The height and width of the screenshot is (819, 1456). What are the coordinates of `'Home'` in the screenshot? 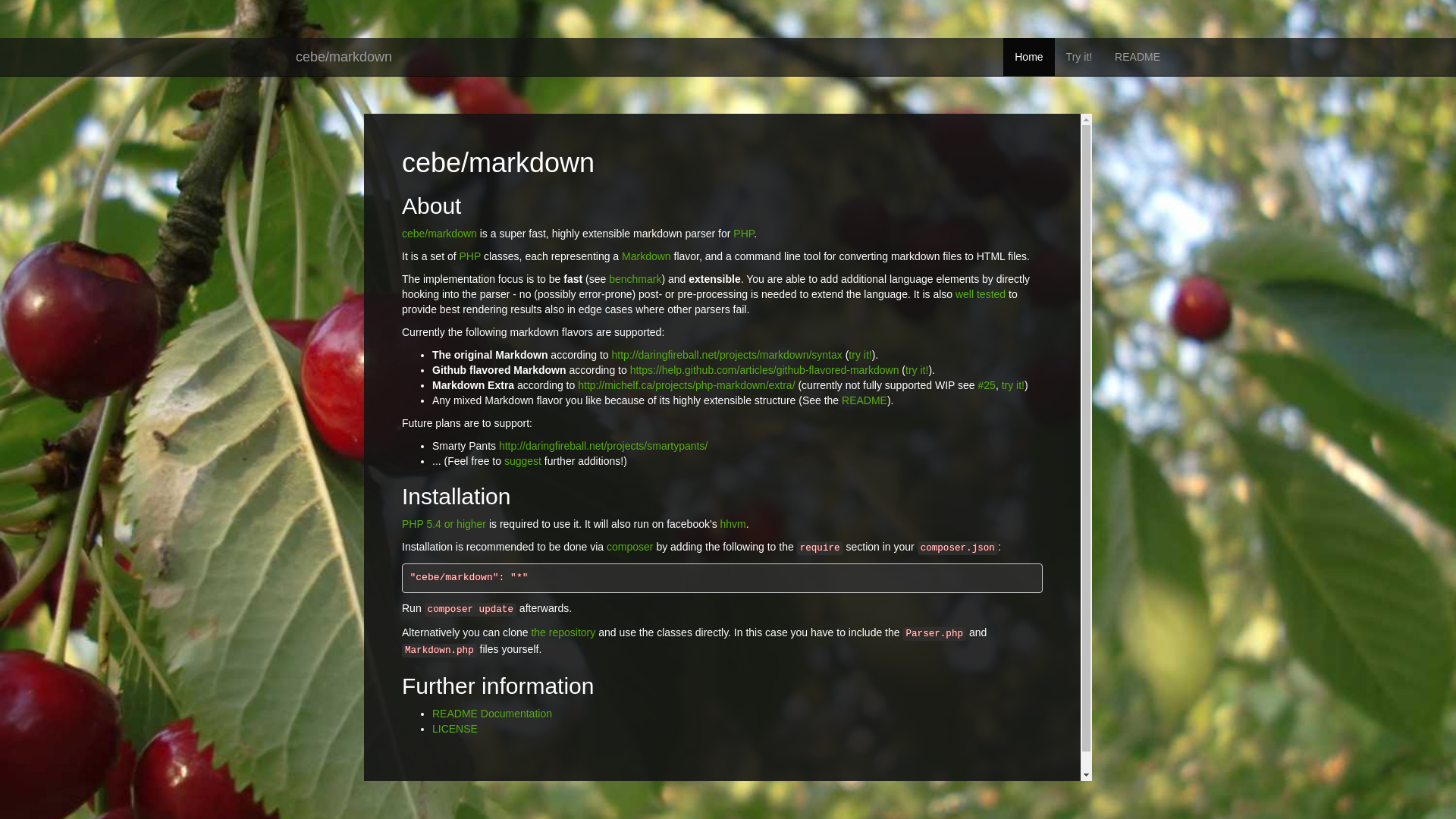 It's located at (1003, 55).